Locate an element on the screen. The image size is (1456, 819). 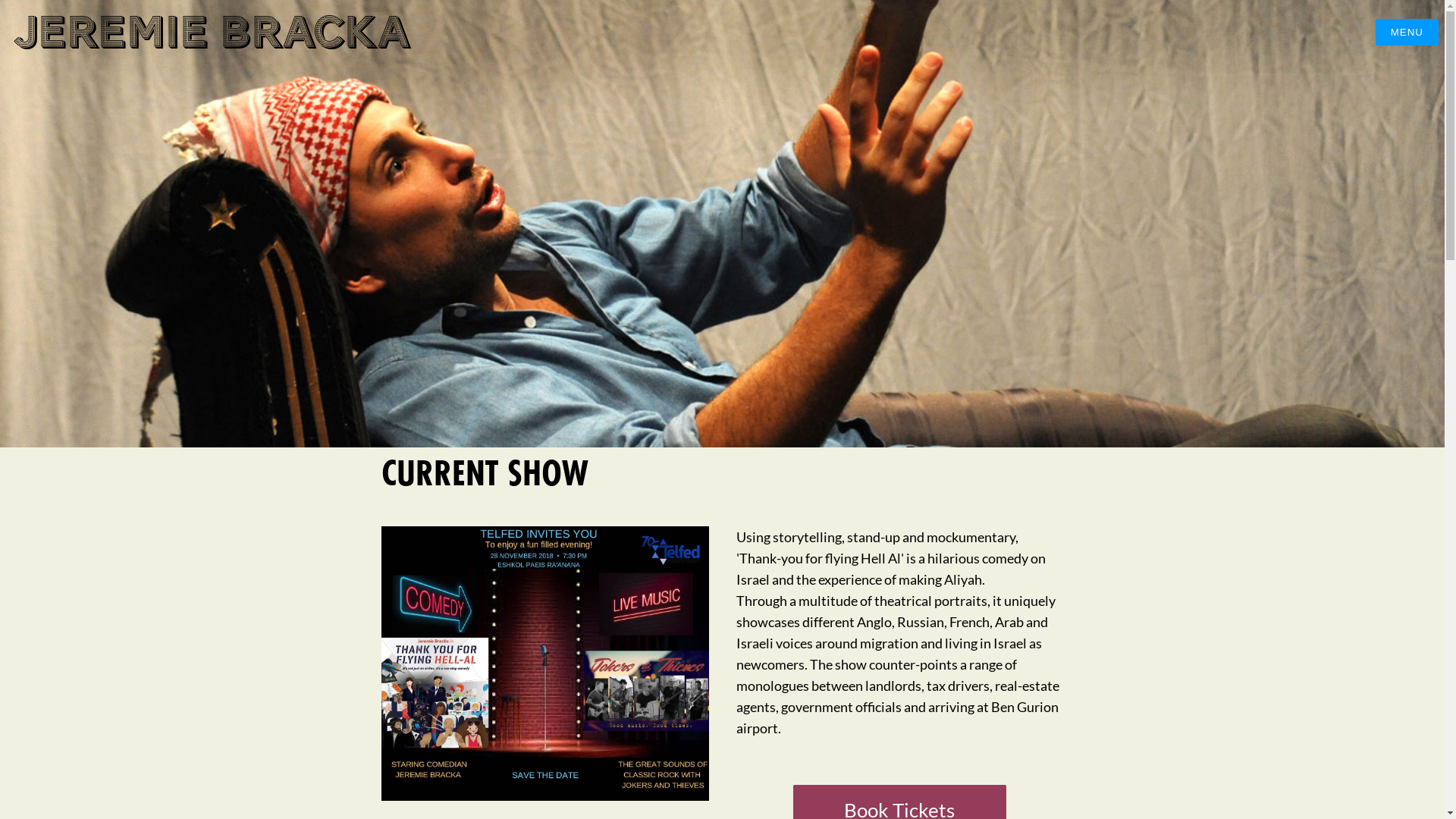
'MENU' is located at coordinates (1376, 32).